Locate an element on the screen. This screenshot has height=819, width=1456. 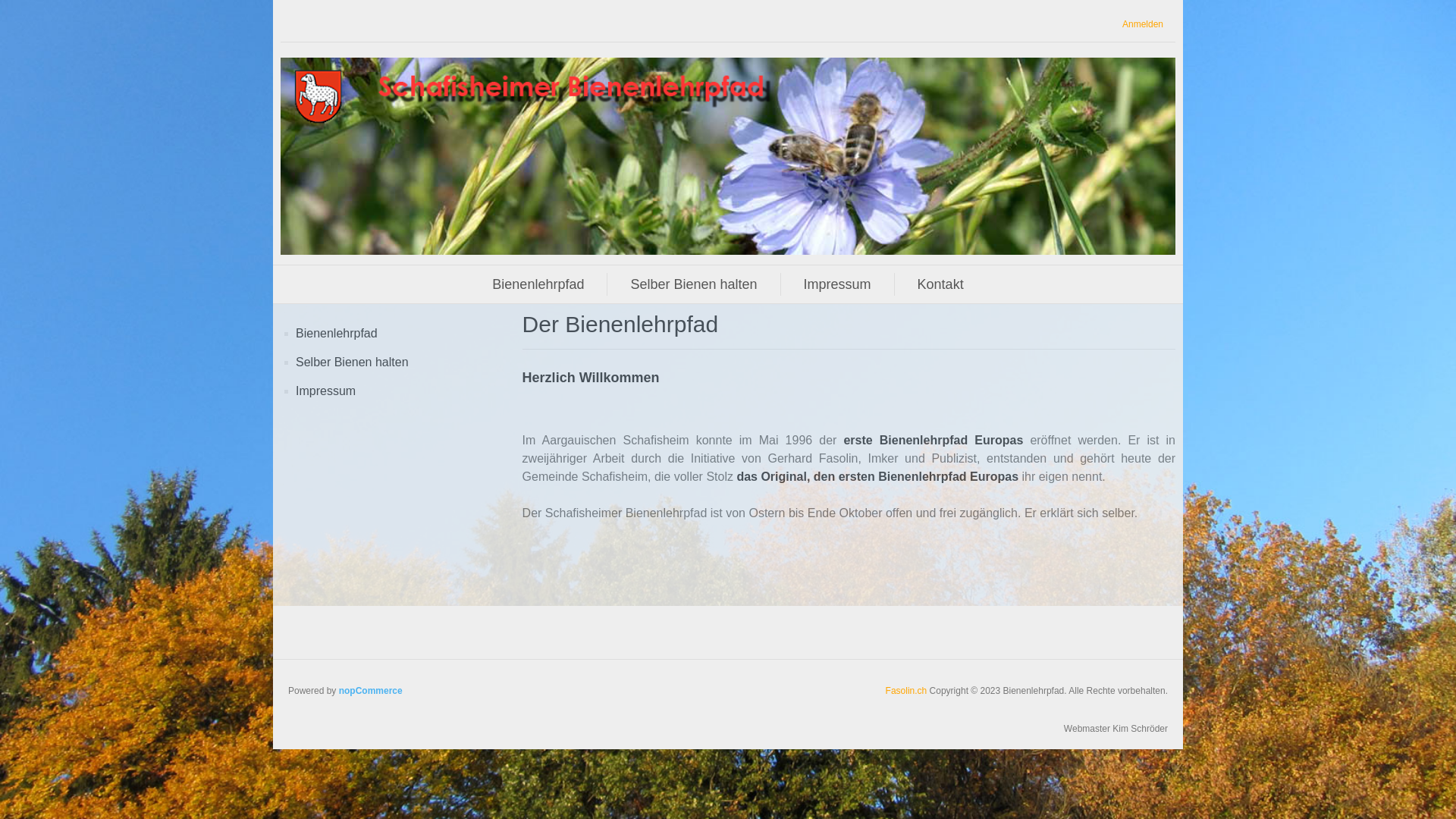
'Bienenlehrpfad' is located at coordinates (336, 332).